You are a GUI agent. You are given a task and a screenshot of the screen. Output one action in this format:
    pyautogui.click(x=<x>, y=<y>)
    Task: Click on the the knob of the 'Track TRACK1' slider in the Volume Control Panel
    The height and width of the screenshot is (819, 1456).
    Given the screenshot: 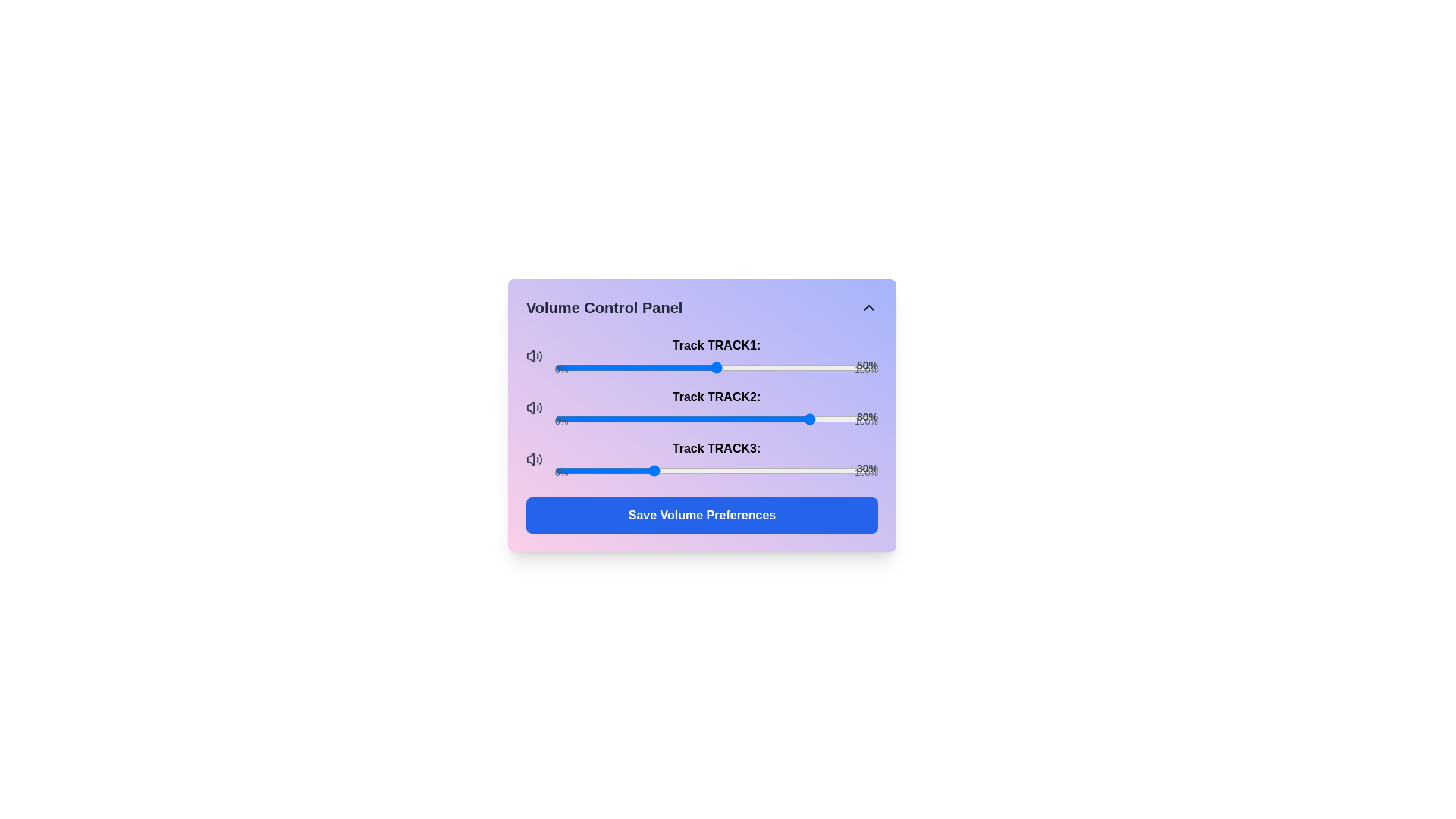 What is the action you would take?
    pyautogui.click(x=716, y=366)
    